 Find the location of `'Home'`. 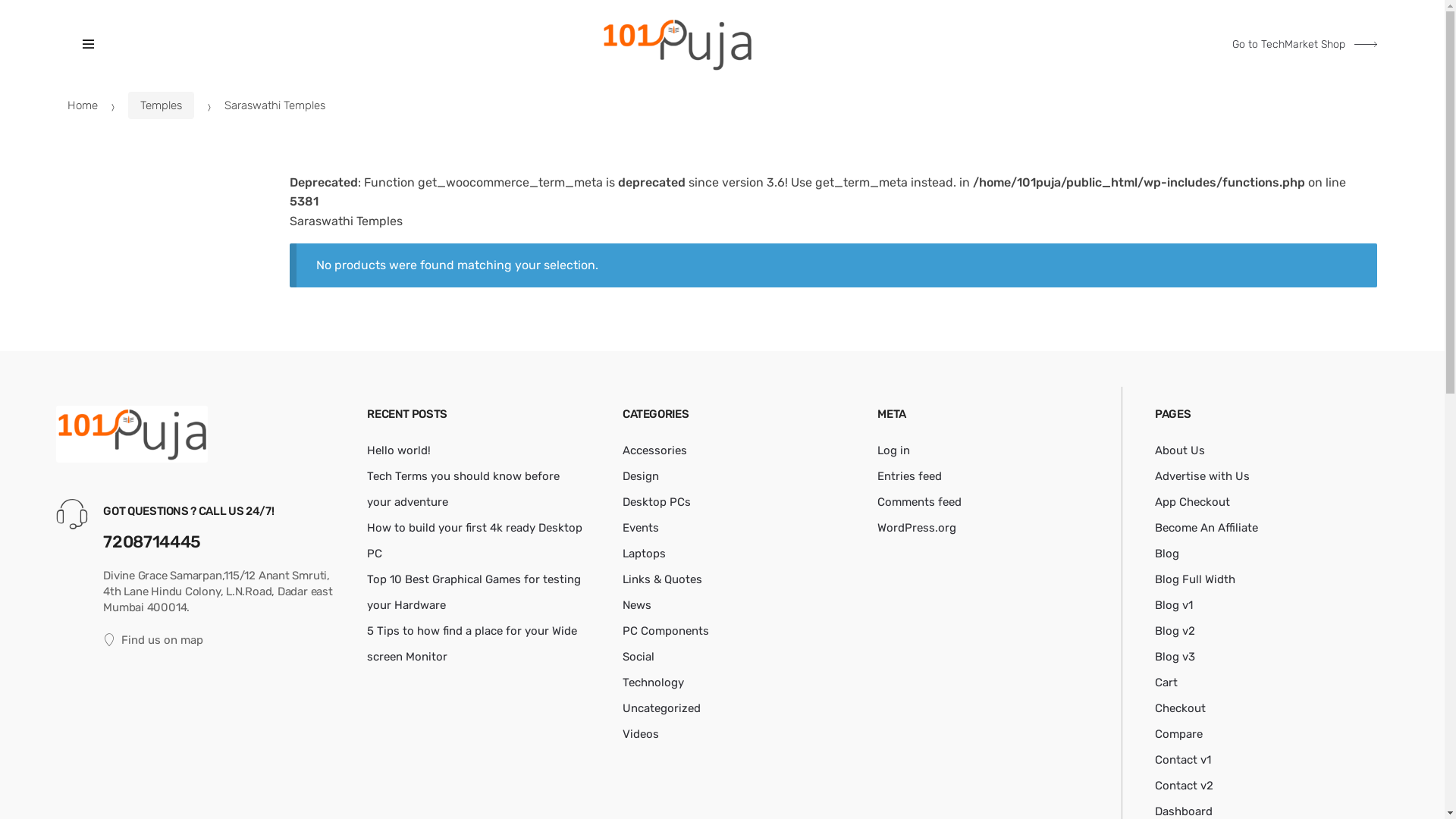

'Home' is located at coordinates (67, 104).